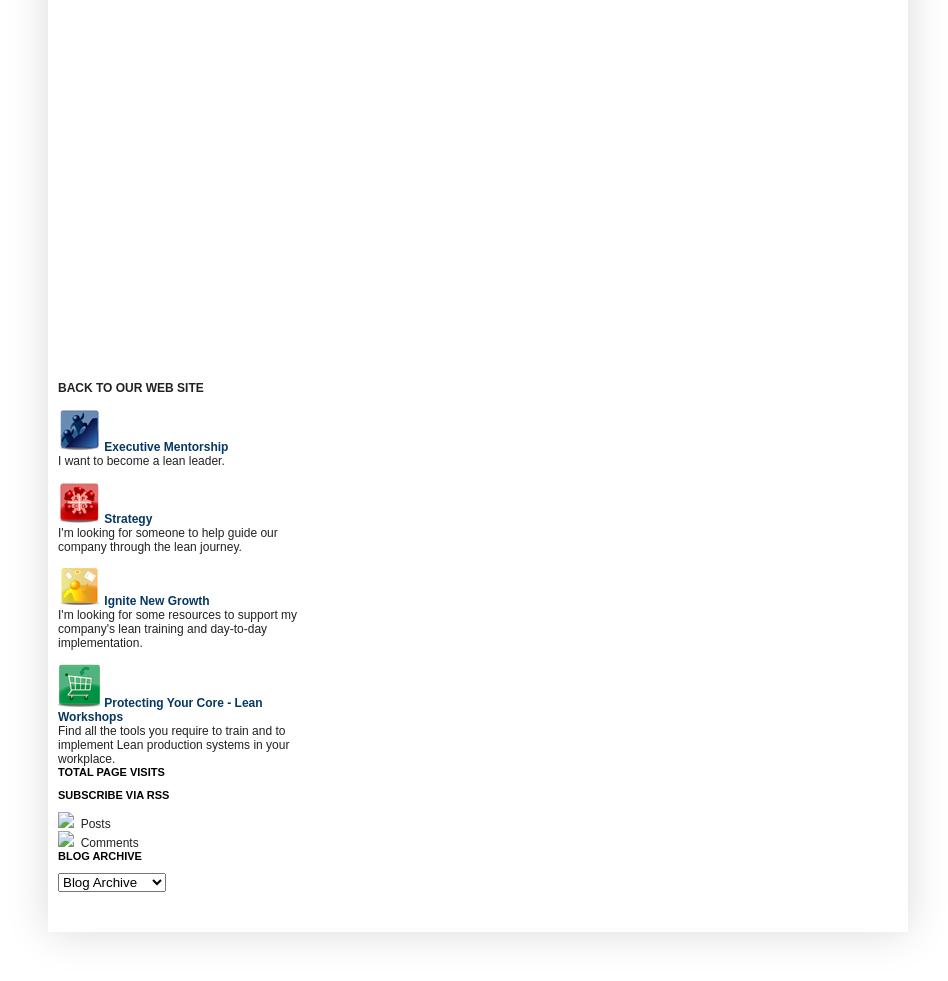  I want to click on 'Comments', so click(107, 842).